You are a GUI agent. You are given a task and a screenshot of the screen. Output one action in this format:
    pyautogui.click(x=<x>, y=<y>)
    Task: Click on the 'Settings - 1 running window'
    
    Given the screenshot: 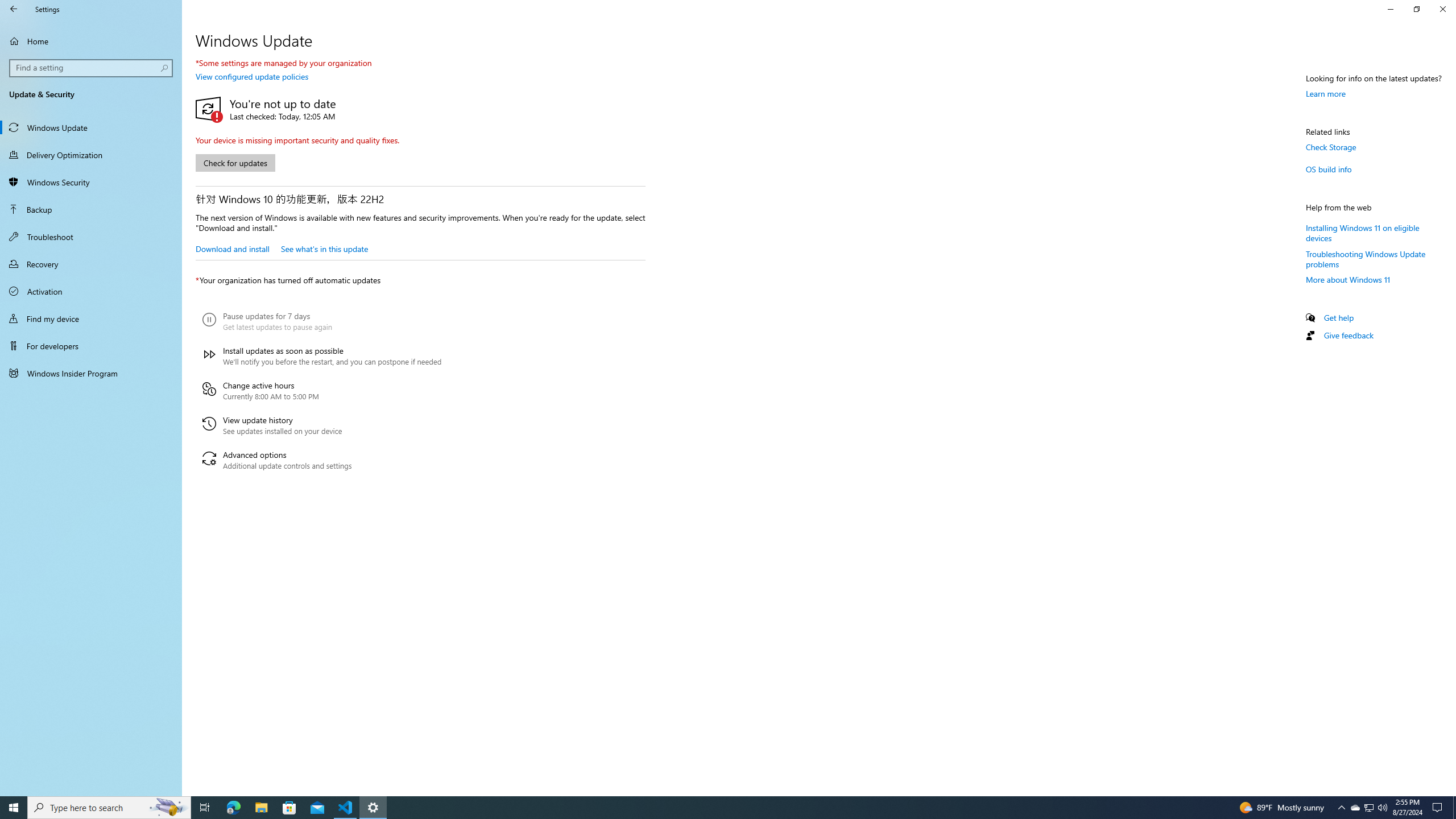 What is the action you would take?
    pyautogui.click(x=373, y=806)
    